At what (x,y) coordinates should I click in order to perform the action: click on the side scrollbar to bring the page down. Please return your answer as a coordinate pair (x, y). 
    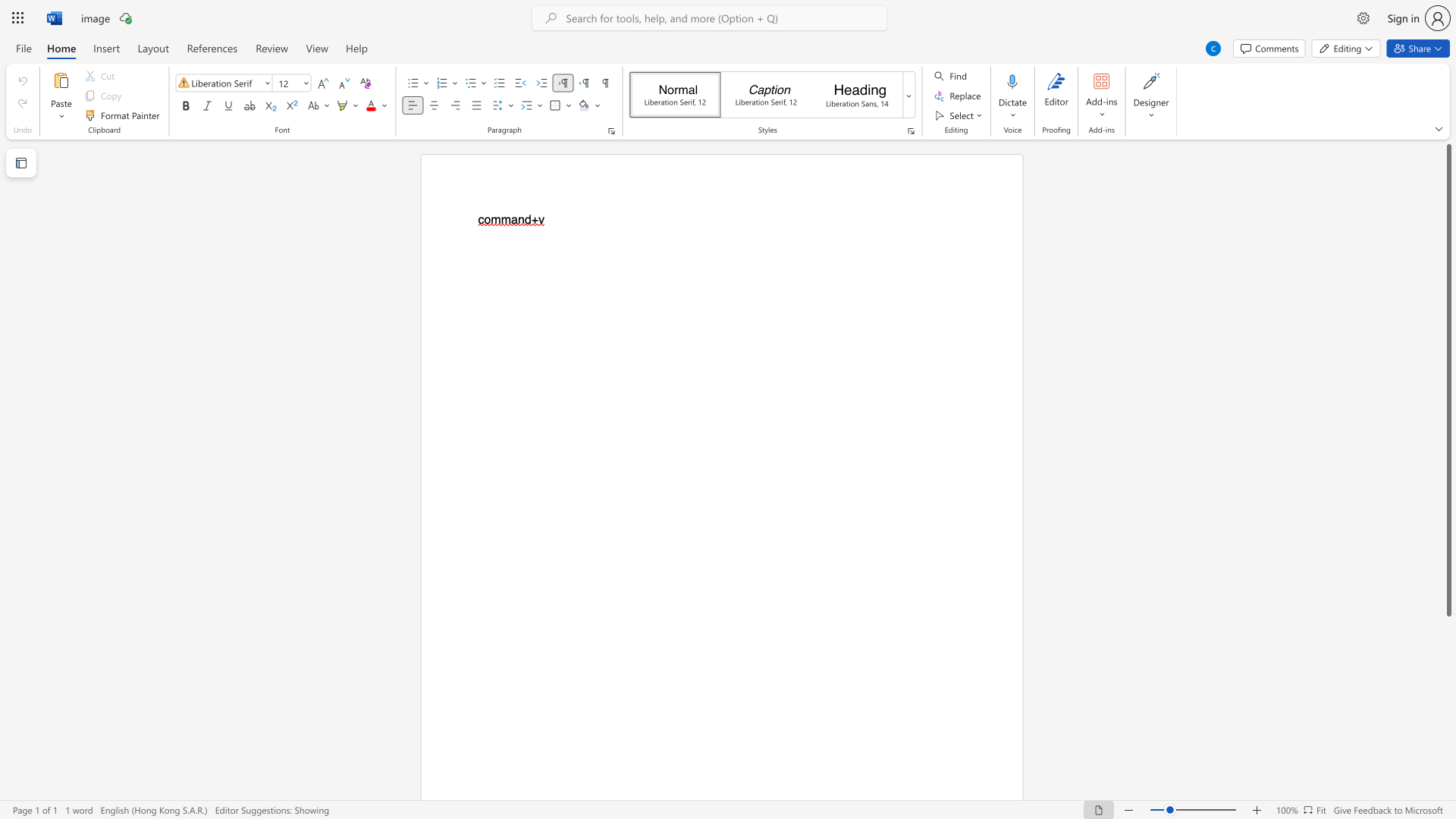
    Looking at the image, I should click on (1448, 751).